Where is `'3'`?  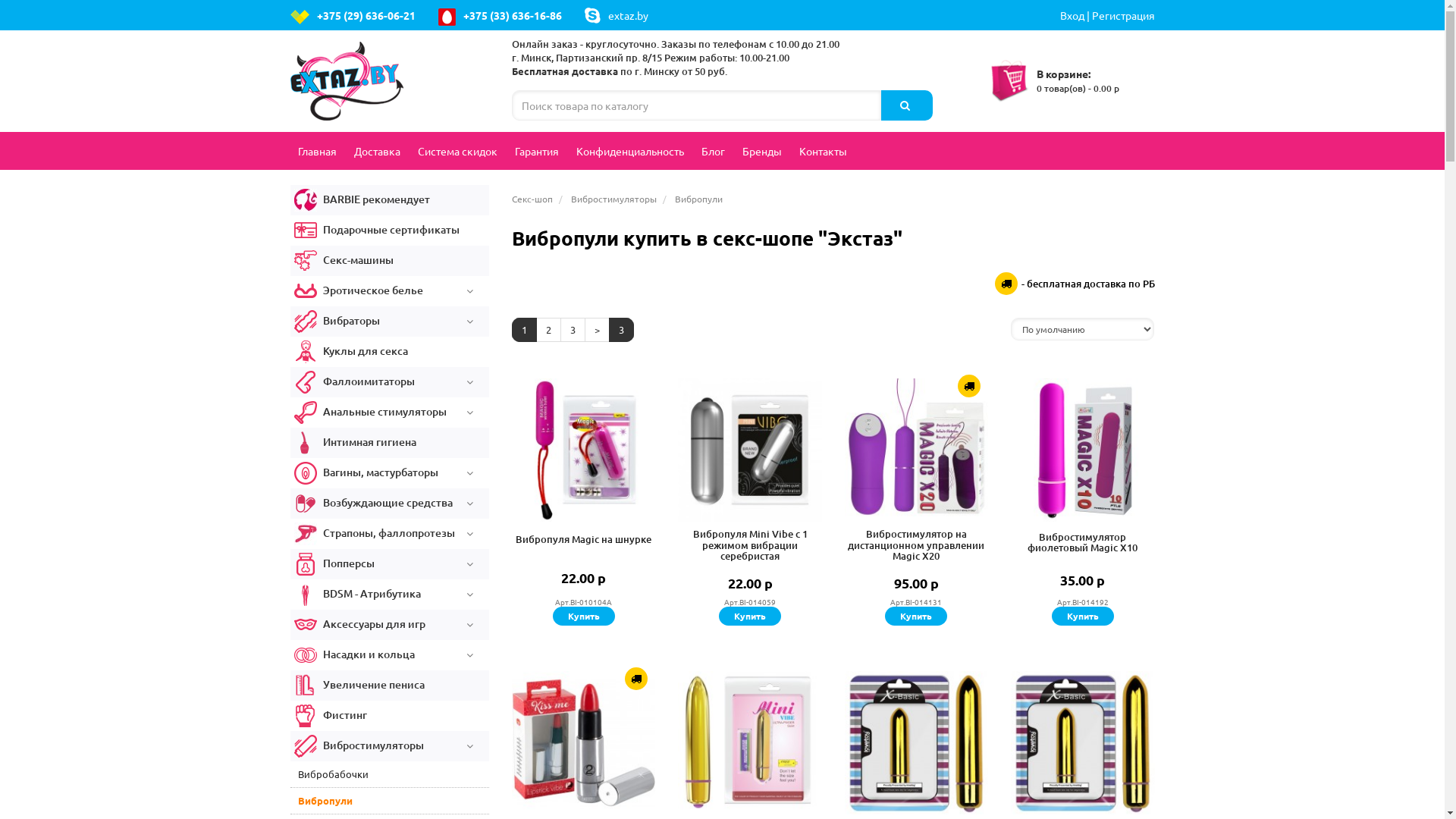
'3' is located at coordinates (560, 329).